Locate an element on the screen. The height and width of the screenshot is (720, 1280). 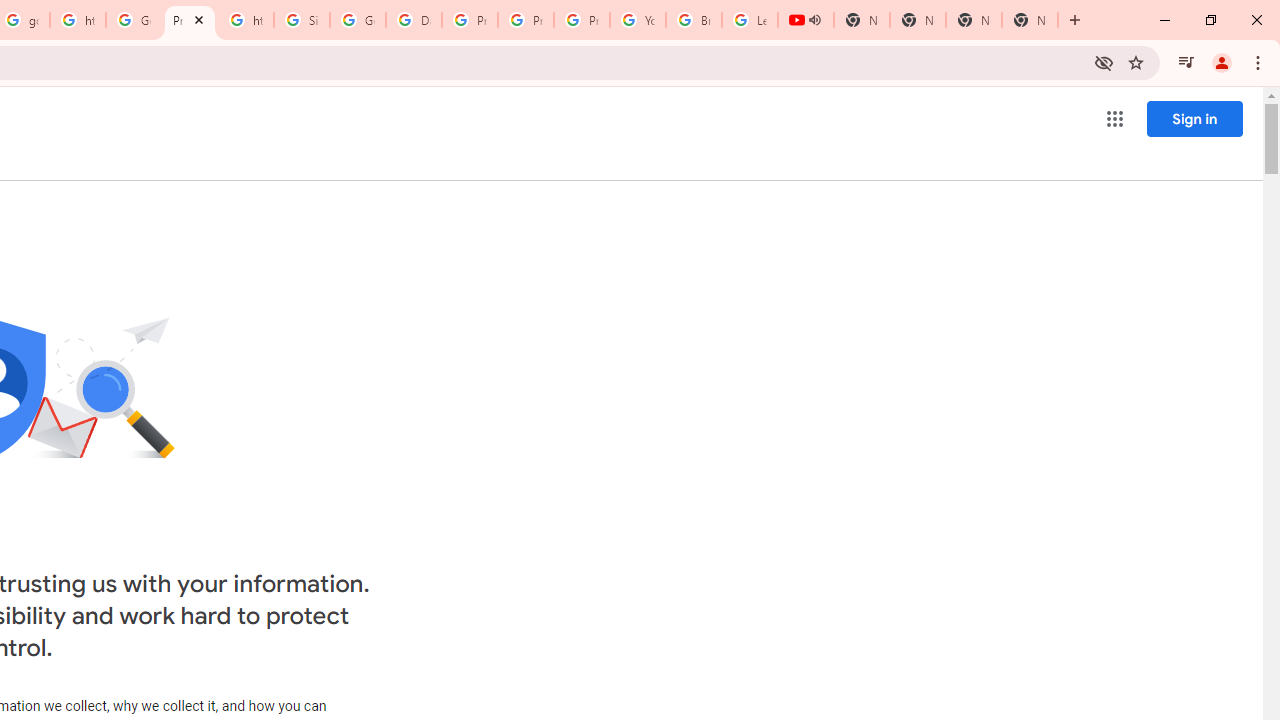
'New Tab' is located at coordinates (1030, 20).